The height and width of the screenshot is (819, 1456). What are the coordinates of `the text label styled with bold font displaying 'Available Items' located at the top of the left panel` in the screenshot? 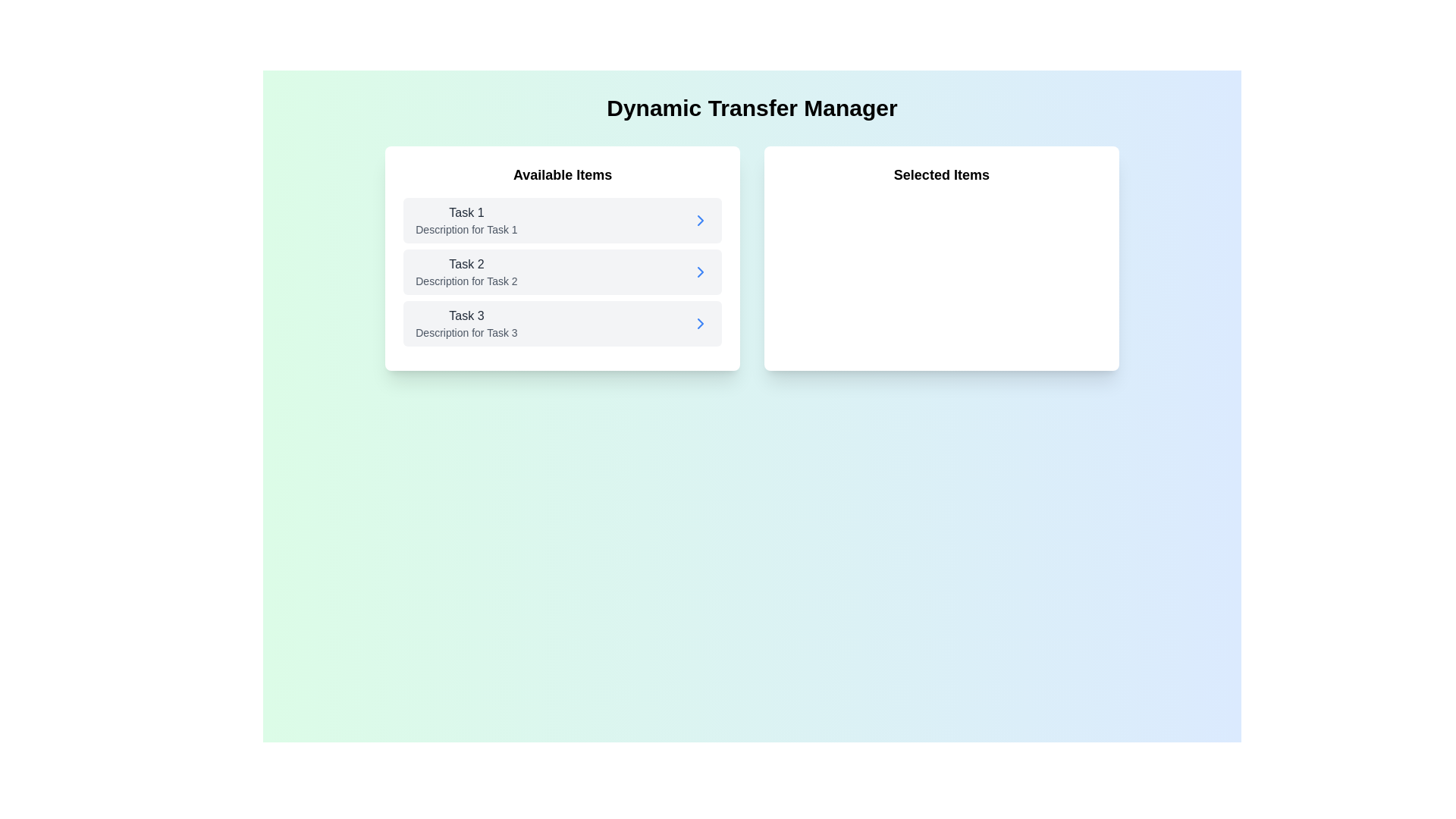 It's located at (562, 174).